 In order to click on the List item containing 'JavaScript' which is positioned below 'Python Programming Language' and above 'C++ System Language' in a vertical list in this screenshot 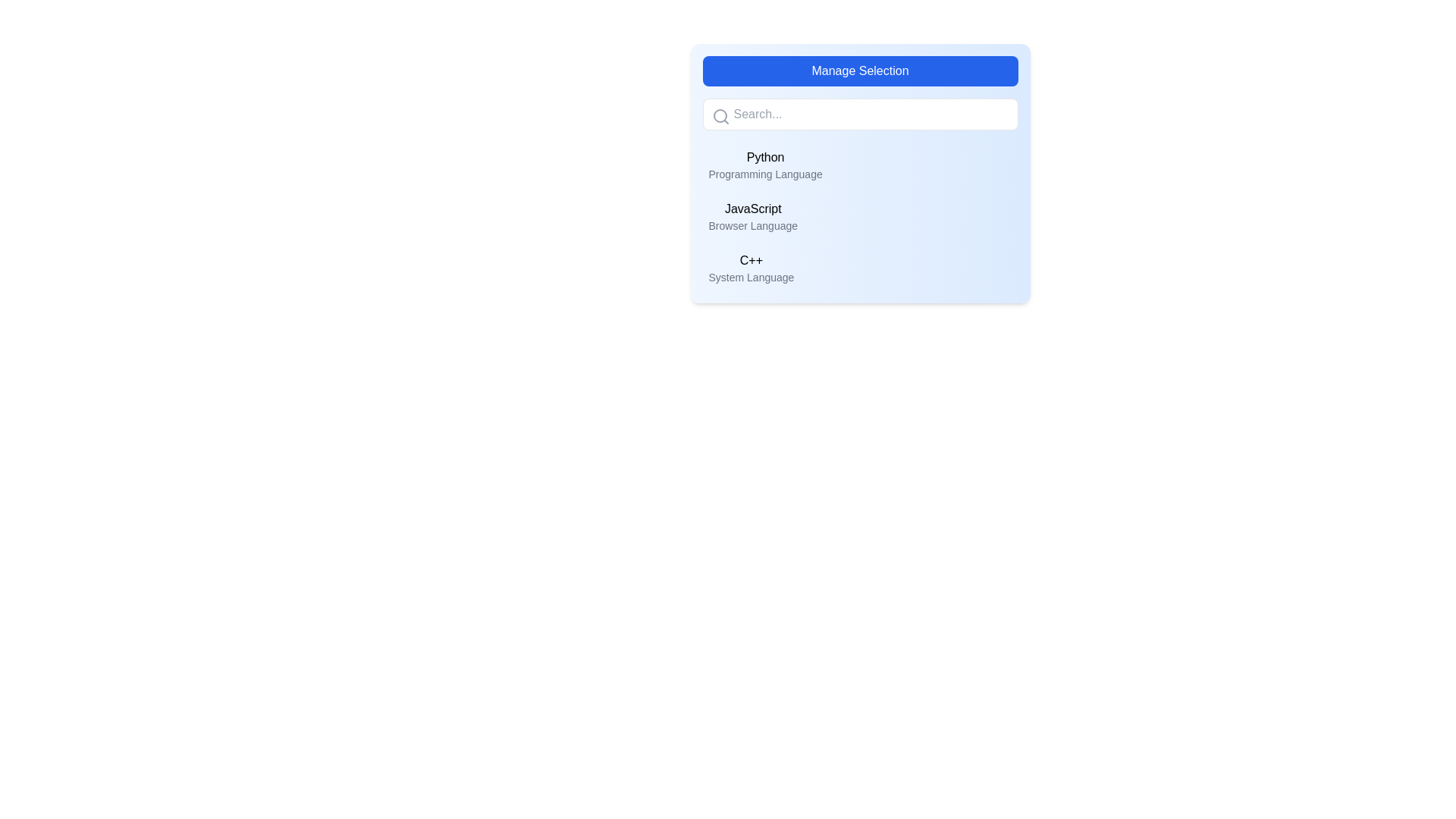, I will do `click(753, 216)`.